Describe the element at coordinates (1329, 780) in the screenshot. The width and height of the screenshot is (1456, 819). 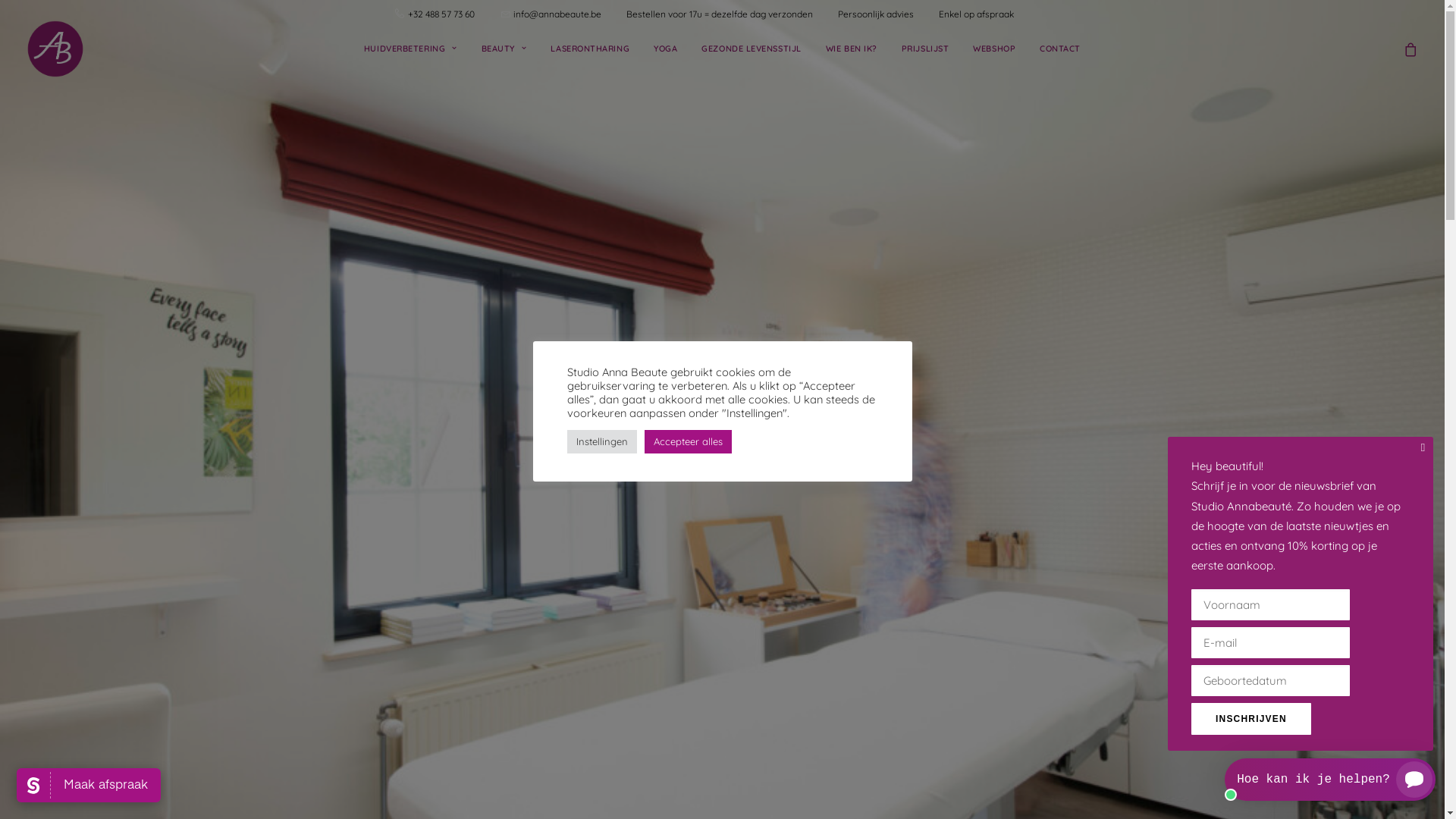
I see `'Smartsupp widget button'` at that location.